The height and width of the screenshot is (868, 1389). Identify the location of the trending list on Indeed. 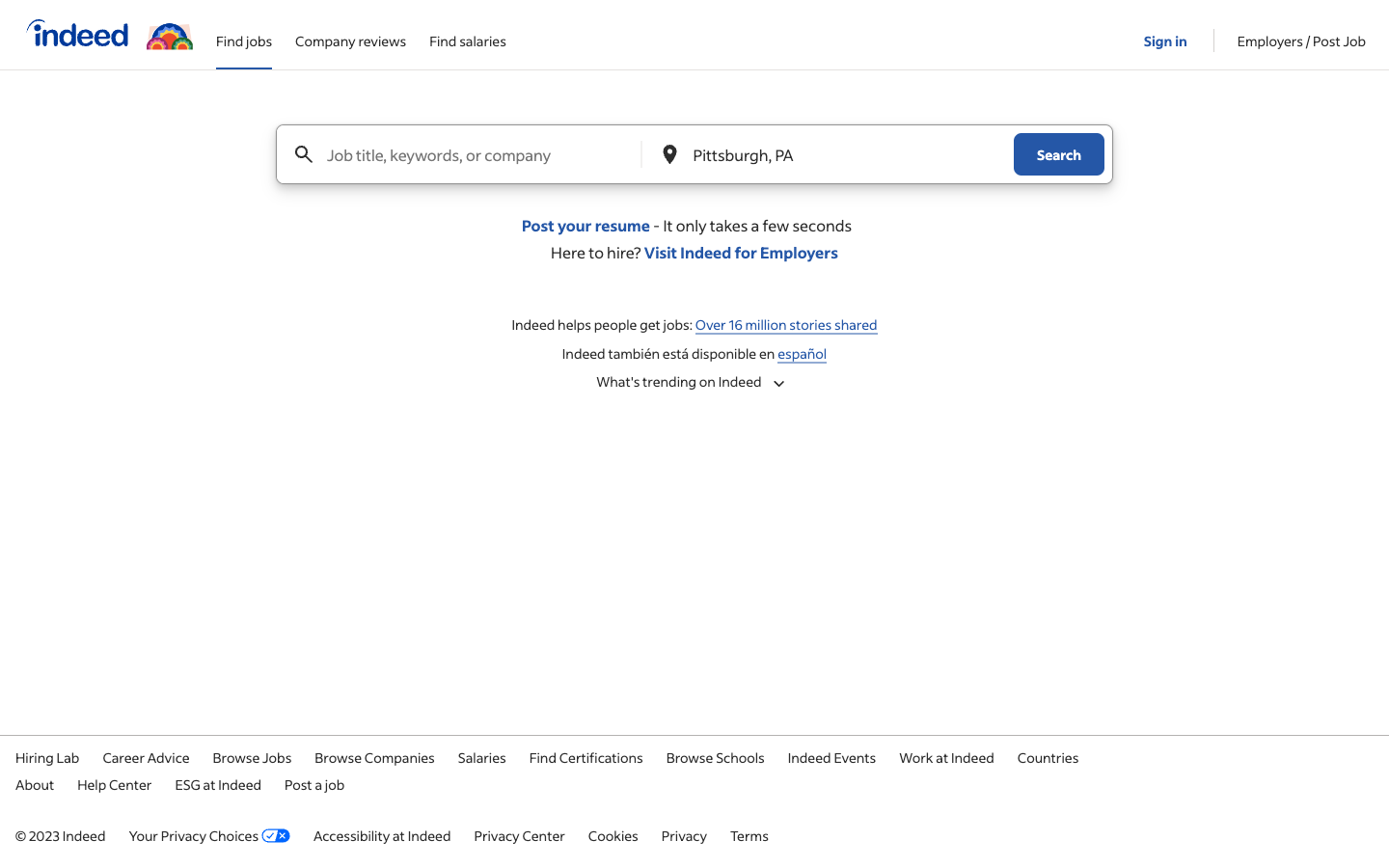
(694, 381).